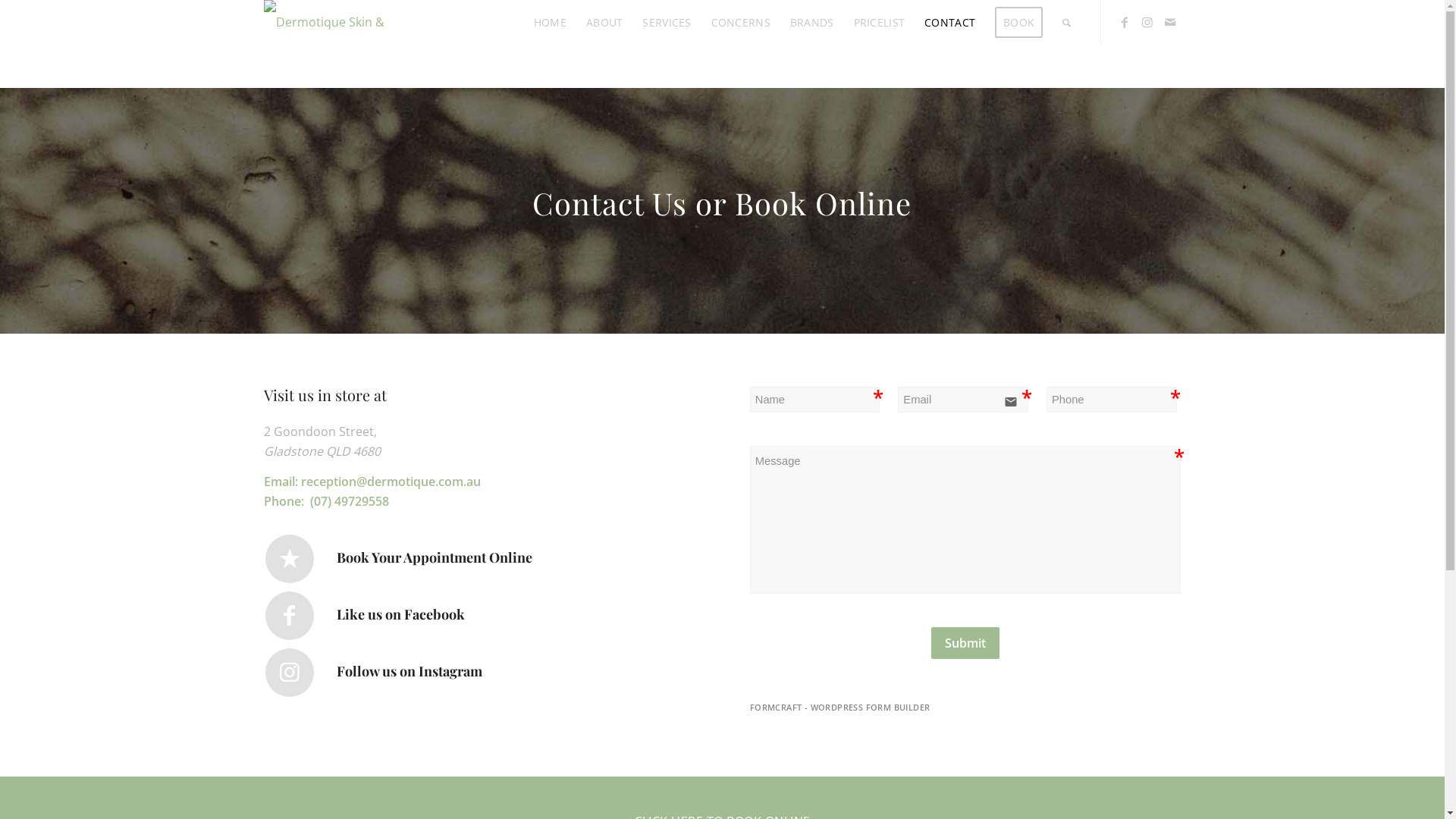 This screenshot has height=819, width=1456. I want to click on 'HOME', so click(549, 22).